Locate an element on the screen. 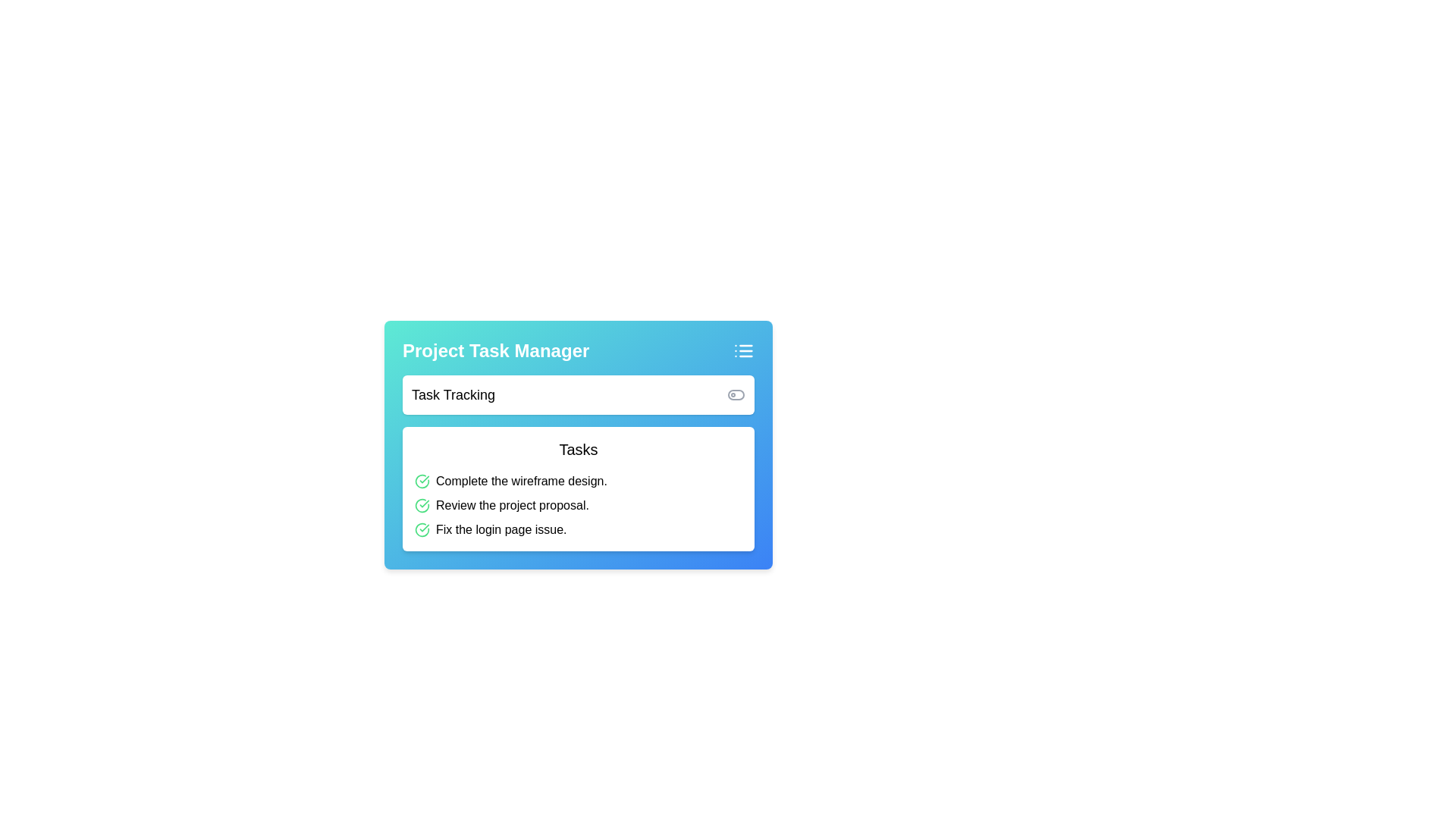 This screenshot has width=1456, height=819. text of the second list item in the 'Tasks' section, which contains the text 'Review the project proposal.' is located at coordinates (513, 506).